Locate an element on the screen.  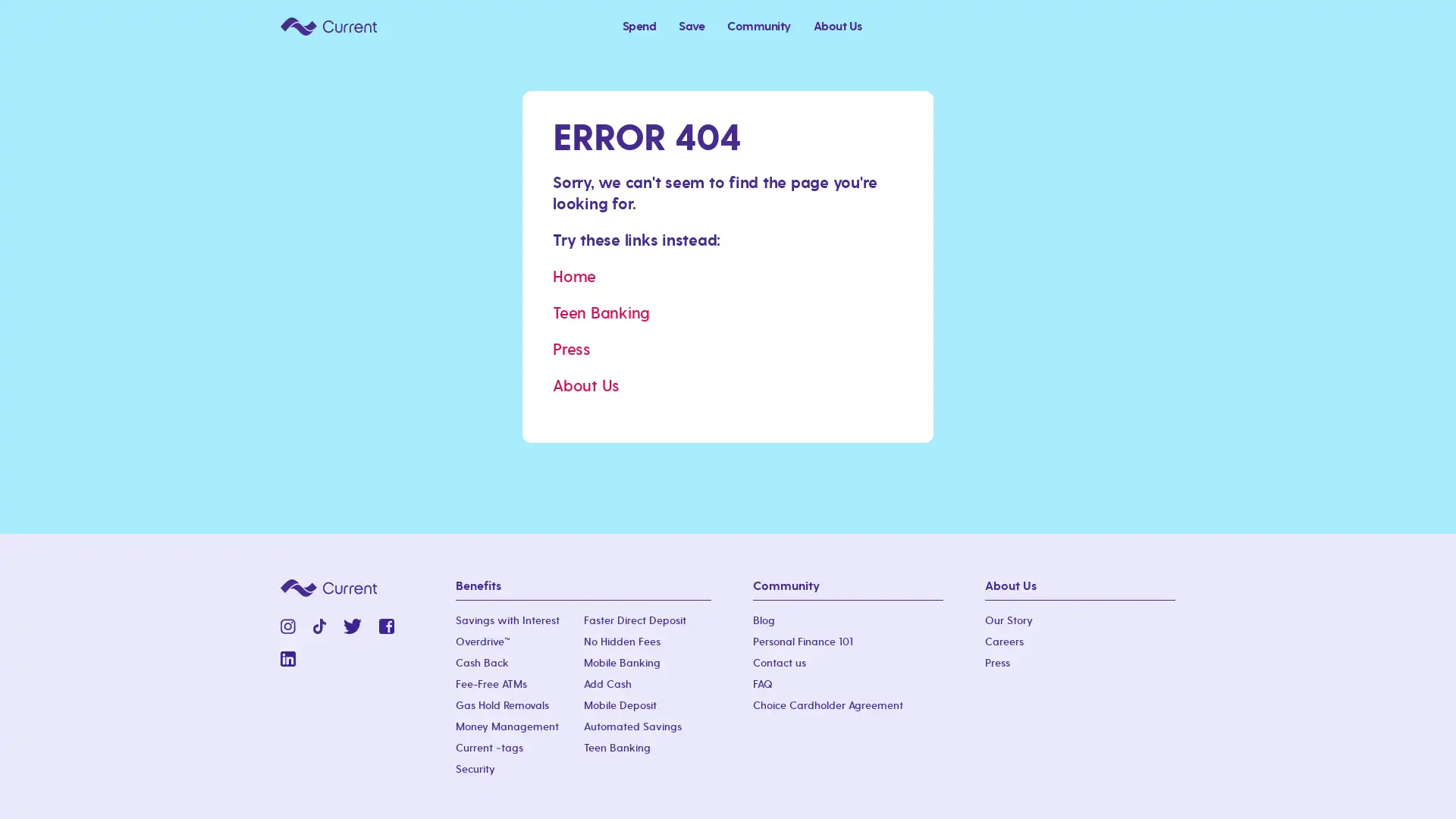
Teen Banking is located at coordinates (616, 748).